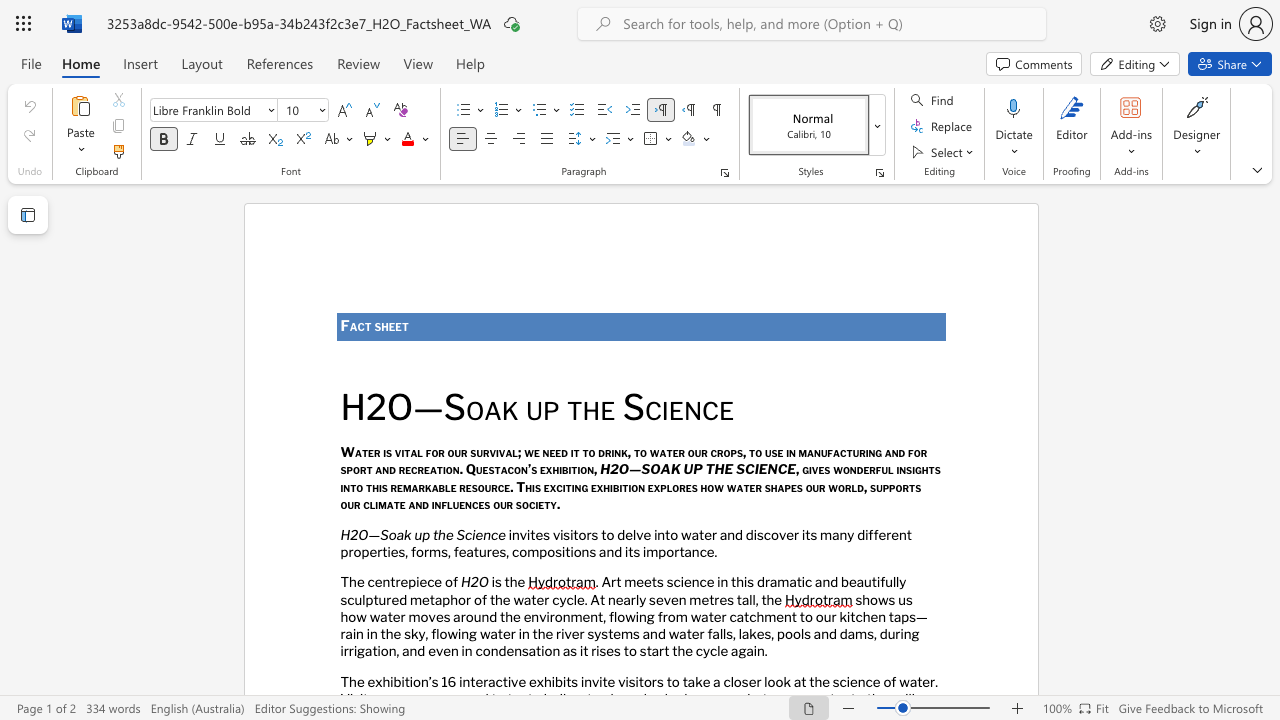 This screenshot has width=1280, height=720. Describe the element at coordinates (498, 533) in the screenshot. I see `the space between the continuous character "c" and "e" in the text` at that location.